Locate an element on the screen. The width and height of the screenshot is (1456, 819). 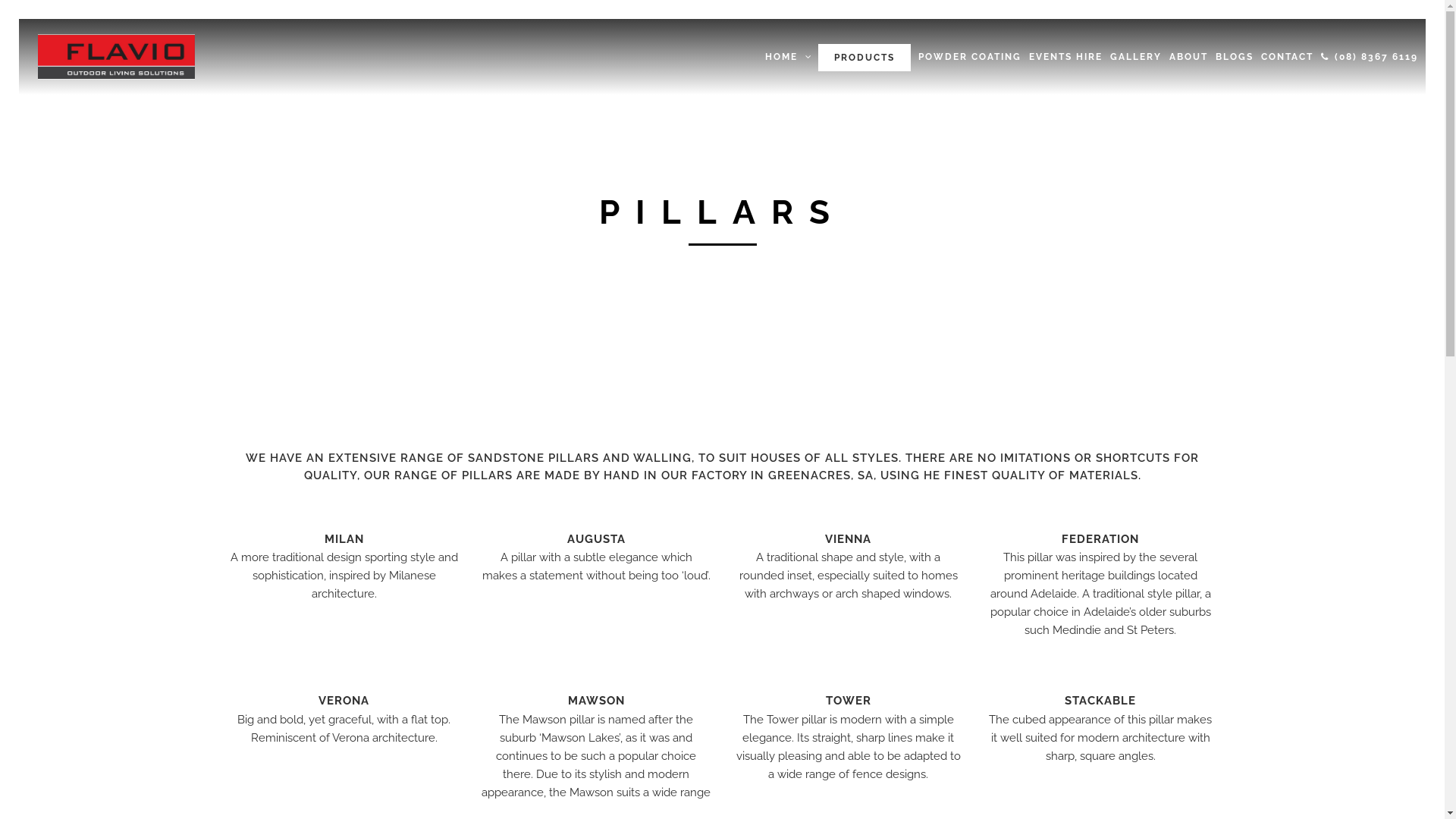
'(08) 8367 6119' is located at coordinates (1369, 55).